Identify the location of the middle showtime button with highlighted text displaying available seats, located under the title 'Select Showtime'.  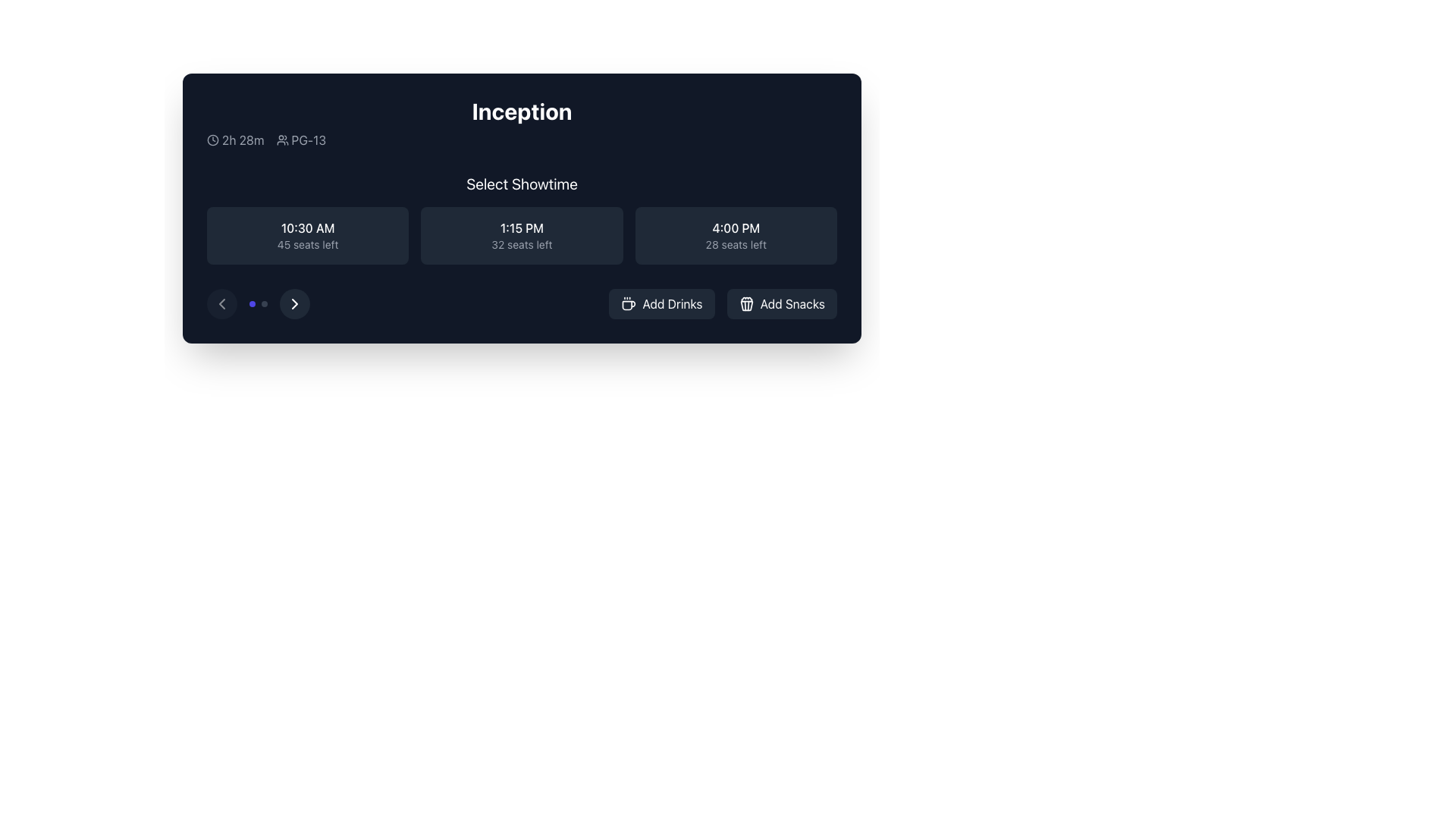
(522, 236).